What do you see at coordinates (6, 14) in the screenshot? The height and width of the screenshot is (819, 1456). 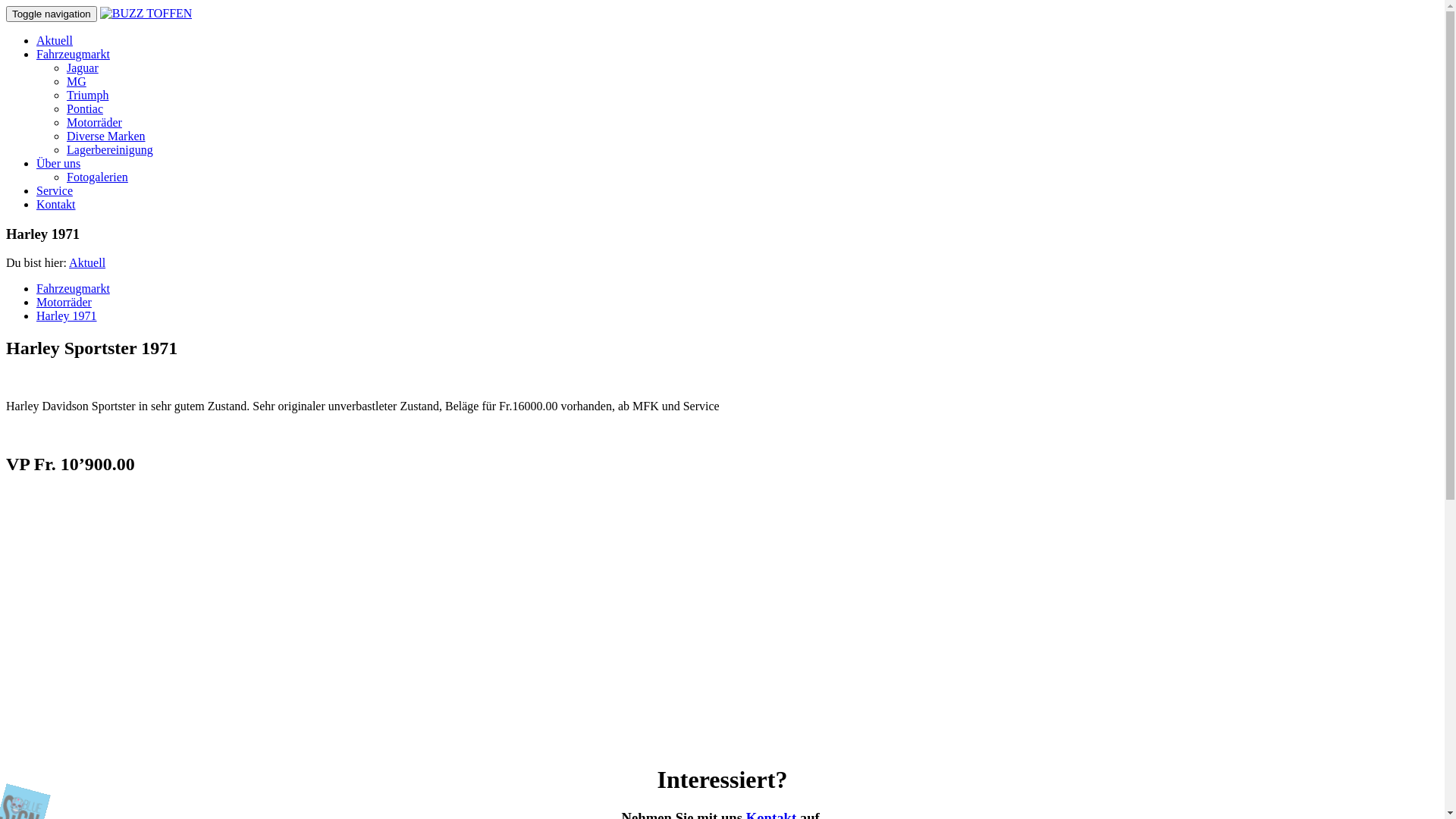 I see `'Toggle navigation'` at bounding box center [6, 14].